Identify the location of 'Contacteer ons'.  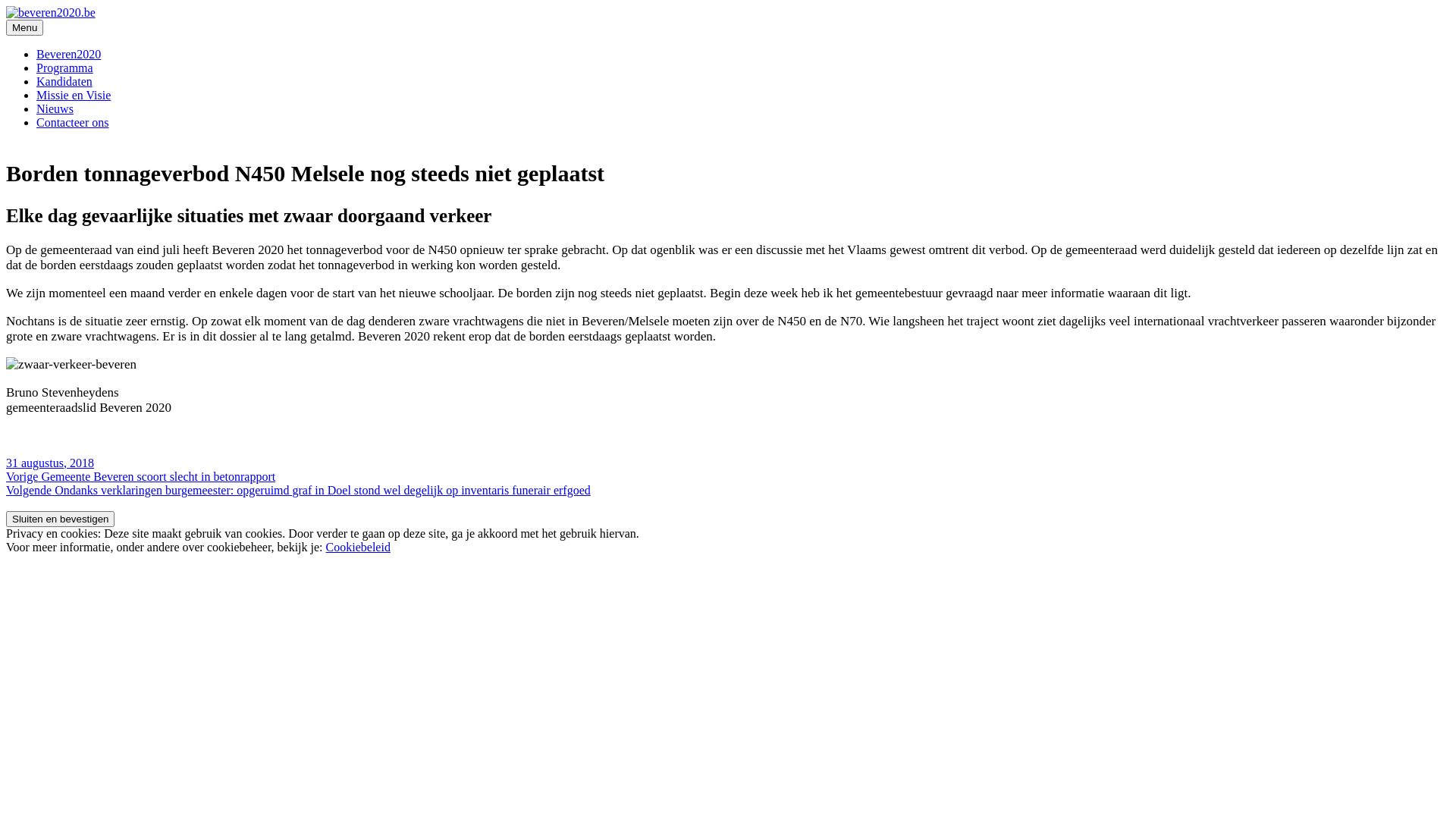
(72, 121).